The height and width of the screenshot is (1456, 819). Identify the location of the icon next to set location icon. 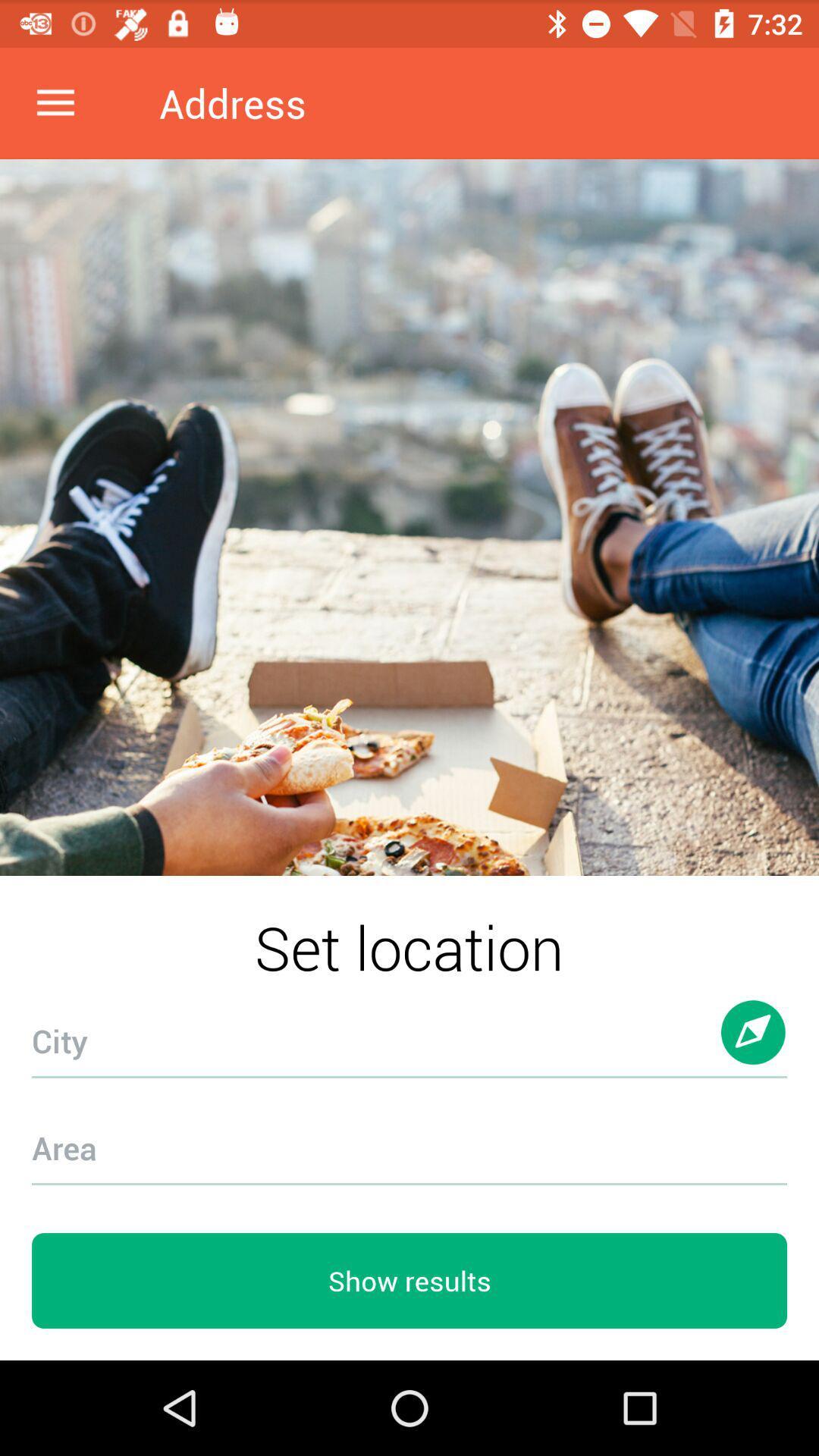
(754, 1046).